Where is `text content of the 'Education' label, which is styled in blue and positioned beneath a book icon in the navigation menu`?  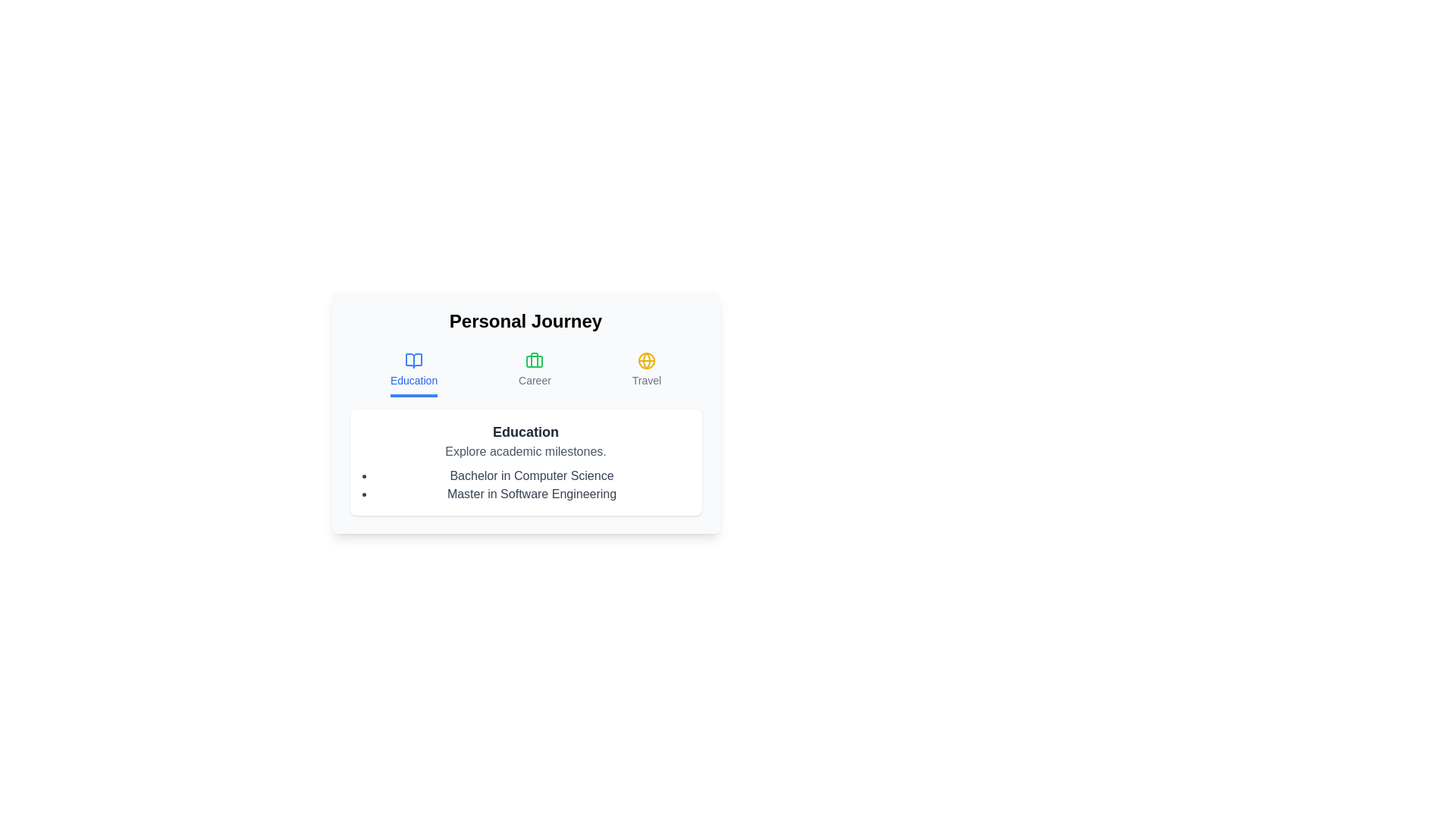
text content of the 'Education' label, which is styled in blue and positioned beneath a book icon in the navigation menu is located at coordinates (414, 379).